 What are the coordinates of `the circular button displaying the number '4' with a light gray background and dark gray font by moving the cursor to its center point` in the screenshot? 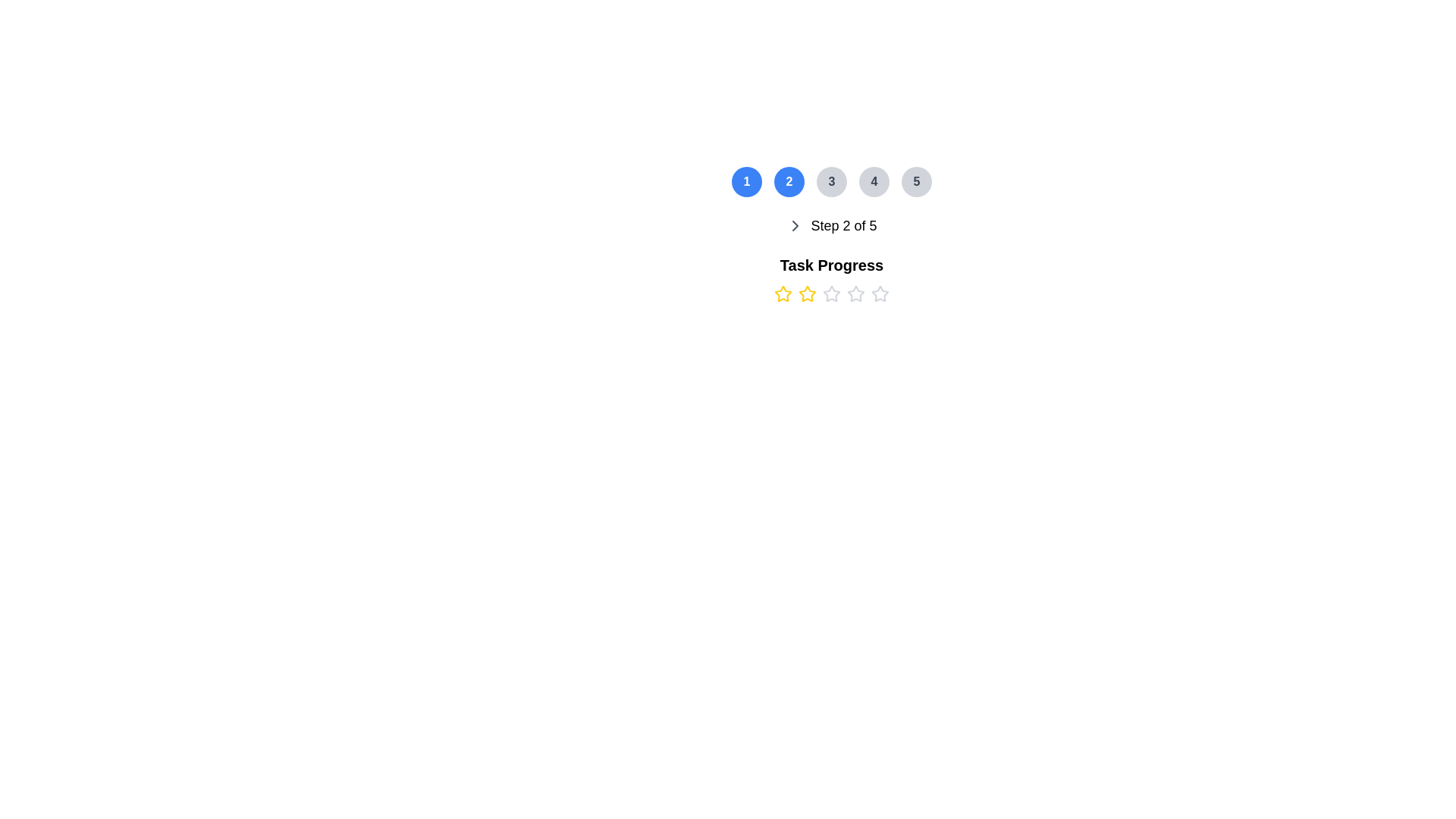 It's located at (874, 180).